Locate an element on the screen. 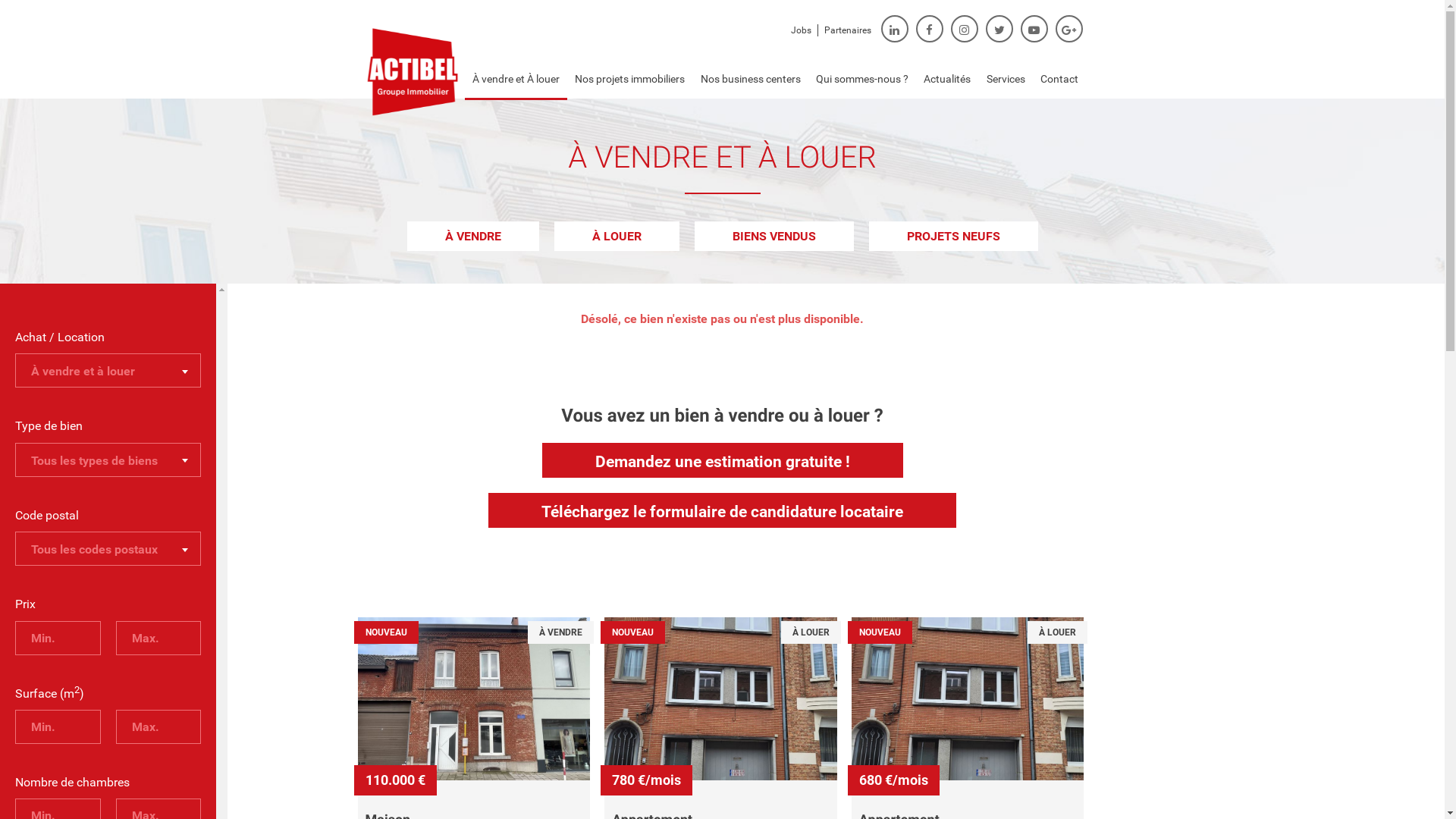  'PROJETS NEUFS' is located at coordinates (869, 236).